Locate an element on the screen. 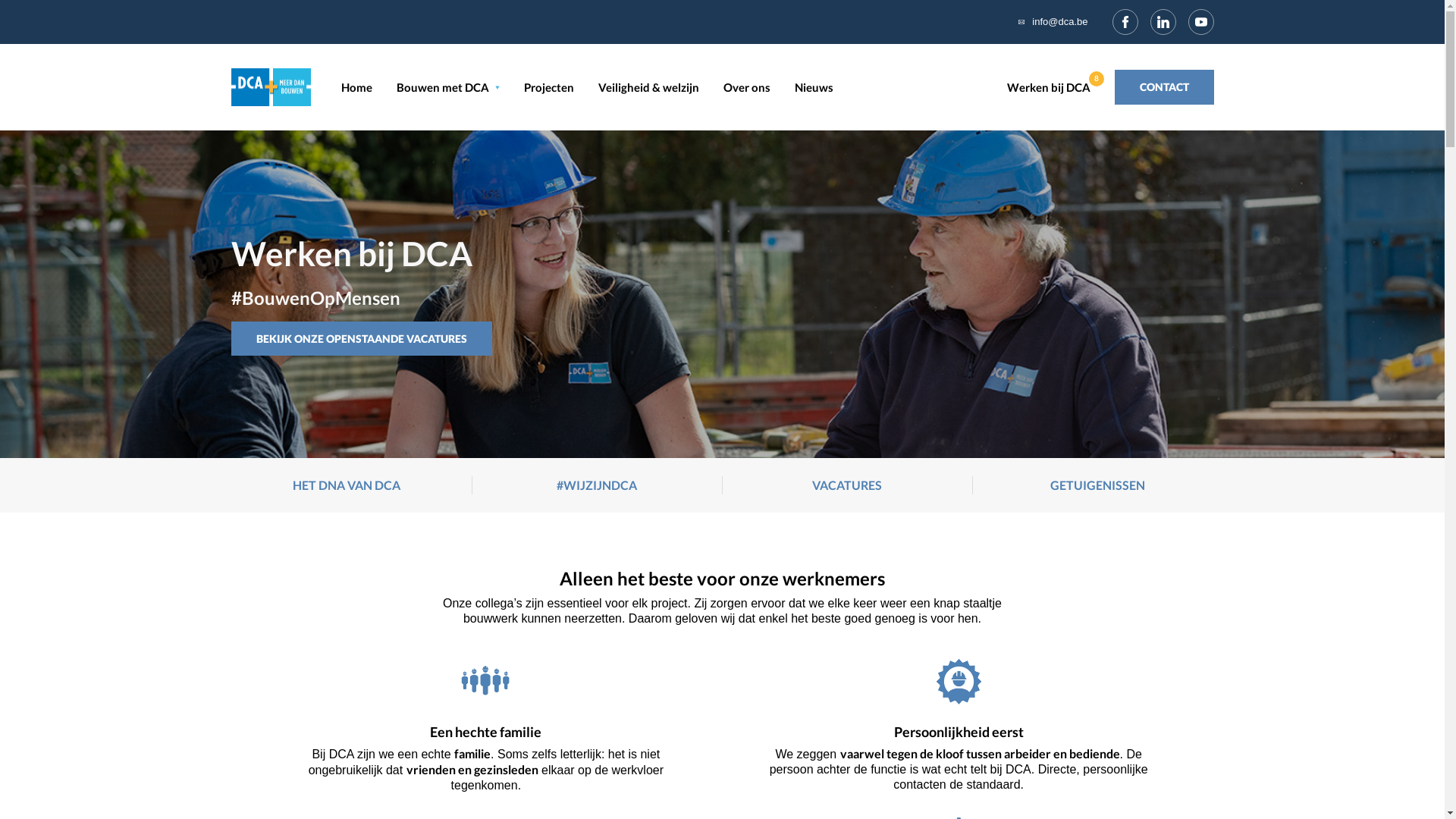 This screenshot has height=819, width=1456. 'Over ons' is located at coordinates (723, 87).